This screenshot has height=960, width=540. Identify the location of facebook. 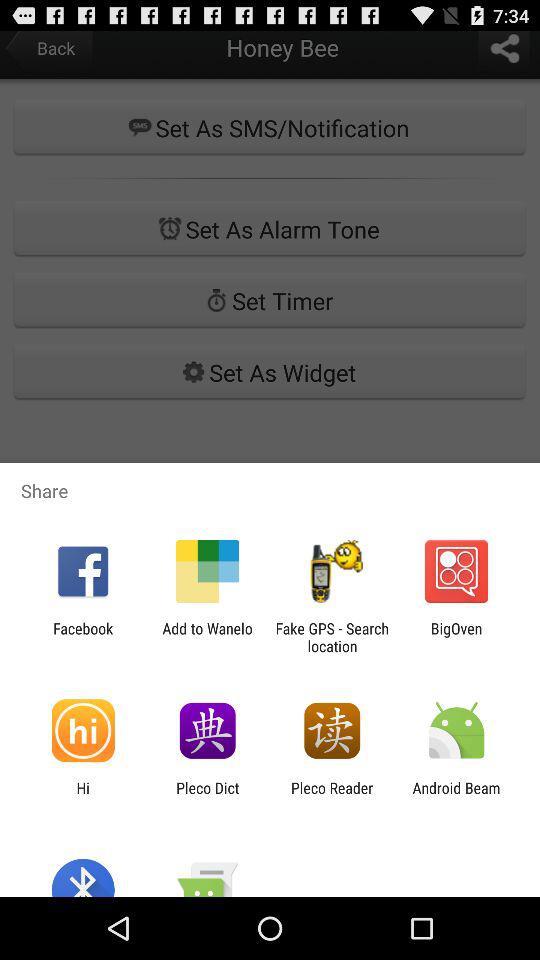
(82, 636).